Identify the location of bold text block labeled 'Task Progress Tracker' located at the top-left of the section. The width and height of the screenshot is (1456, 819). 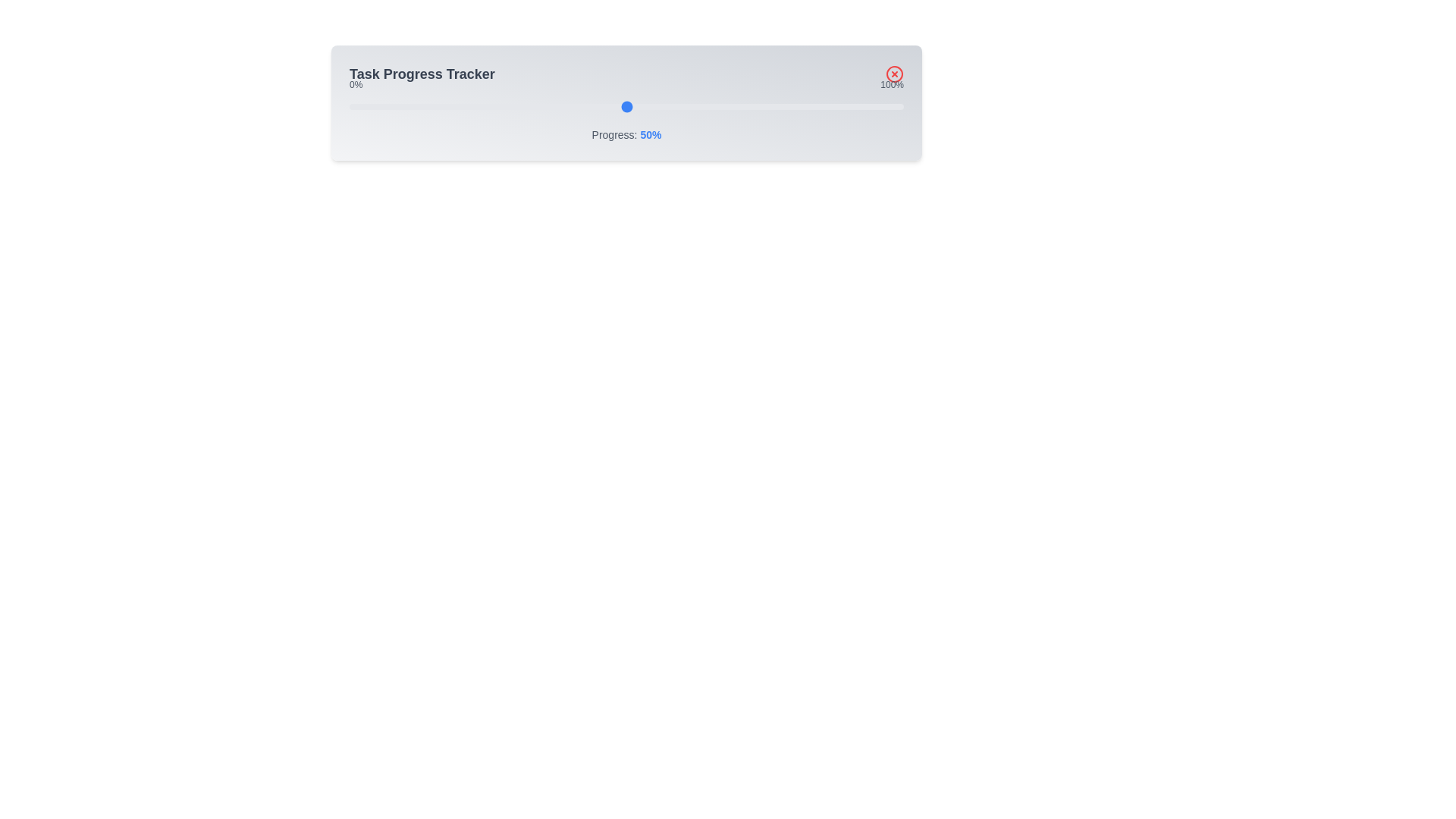
(422, 74).